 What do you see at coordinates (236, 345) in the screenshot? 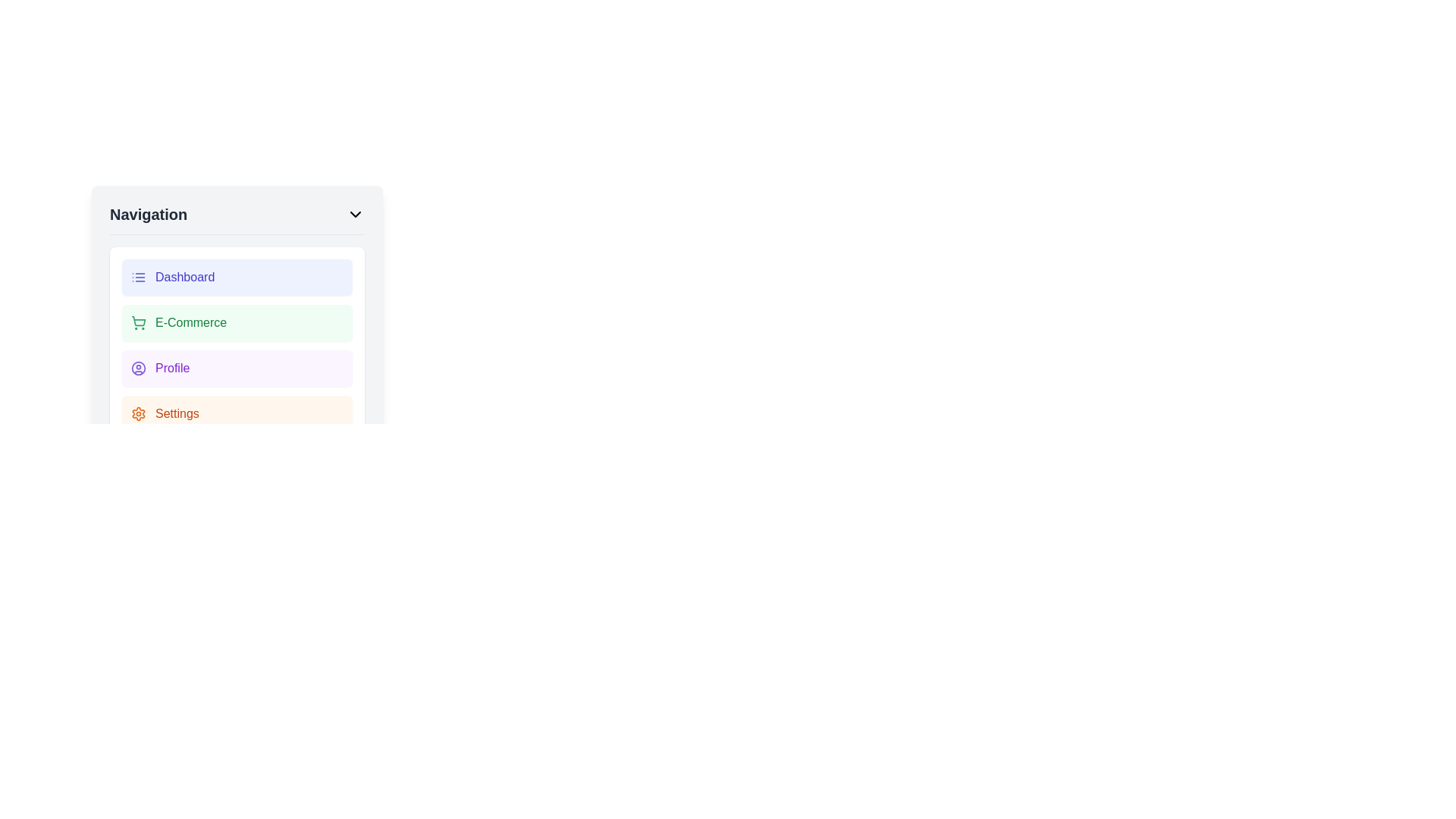
I see `the 'E-Commerce' button in the vertical navigation list` at bounding box center [236, 345].